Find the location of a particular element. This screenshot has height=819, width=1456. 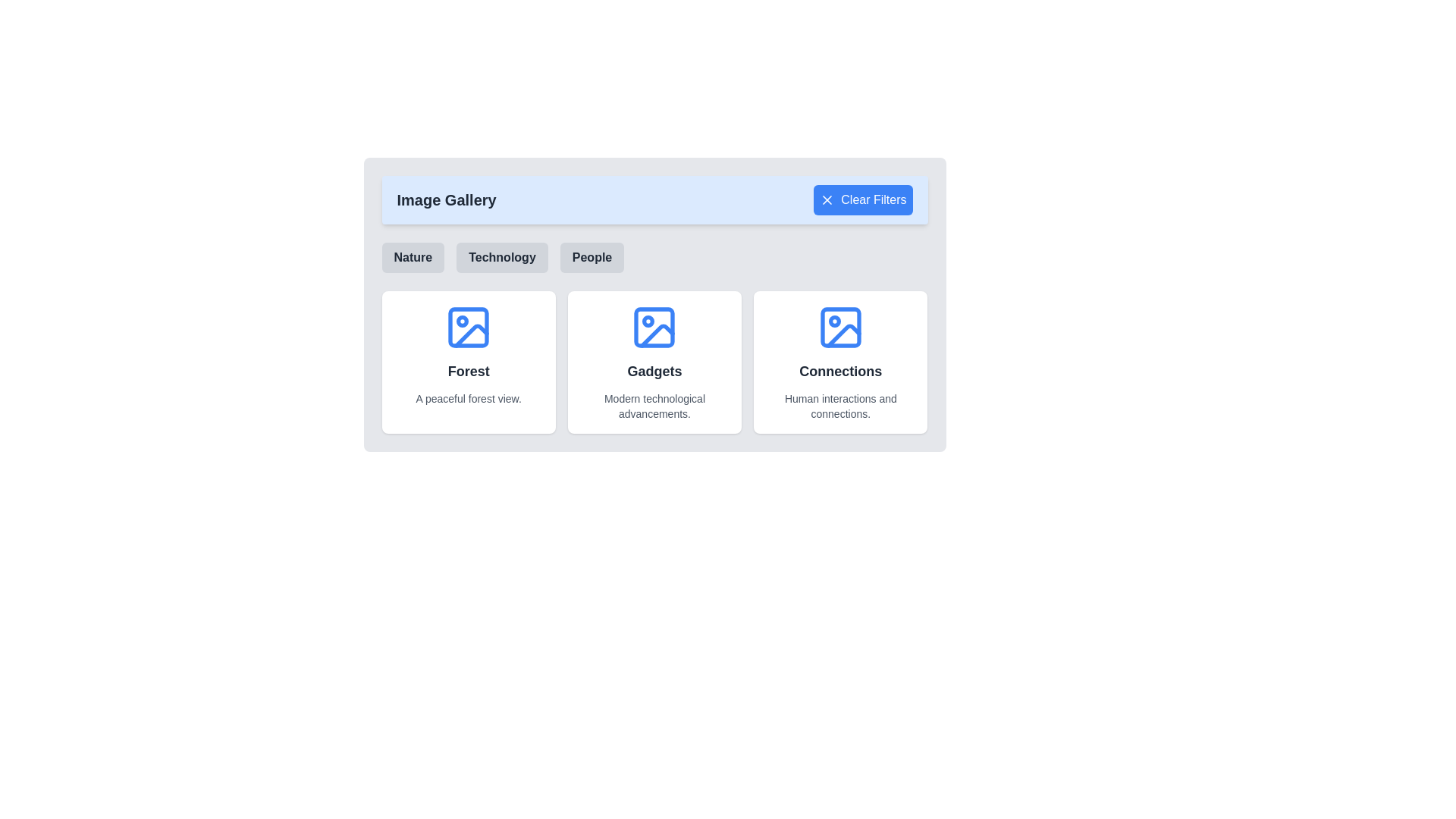

the text label displaying 'Modern technological advancements.' which is located below the title 'Gadgets' in the 'Gadgets' card is located at coordinates (654, 406).